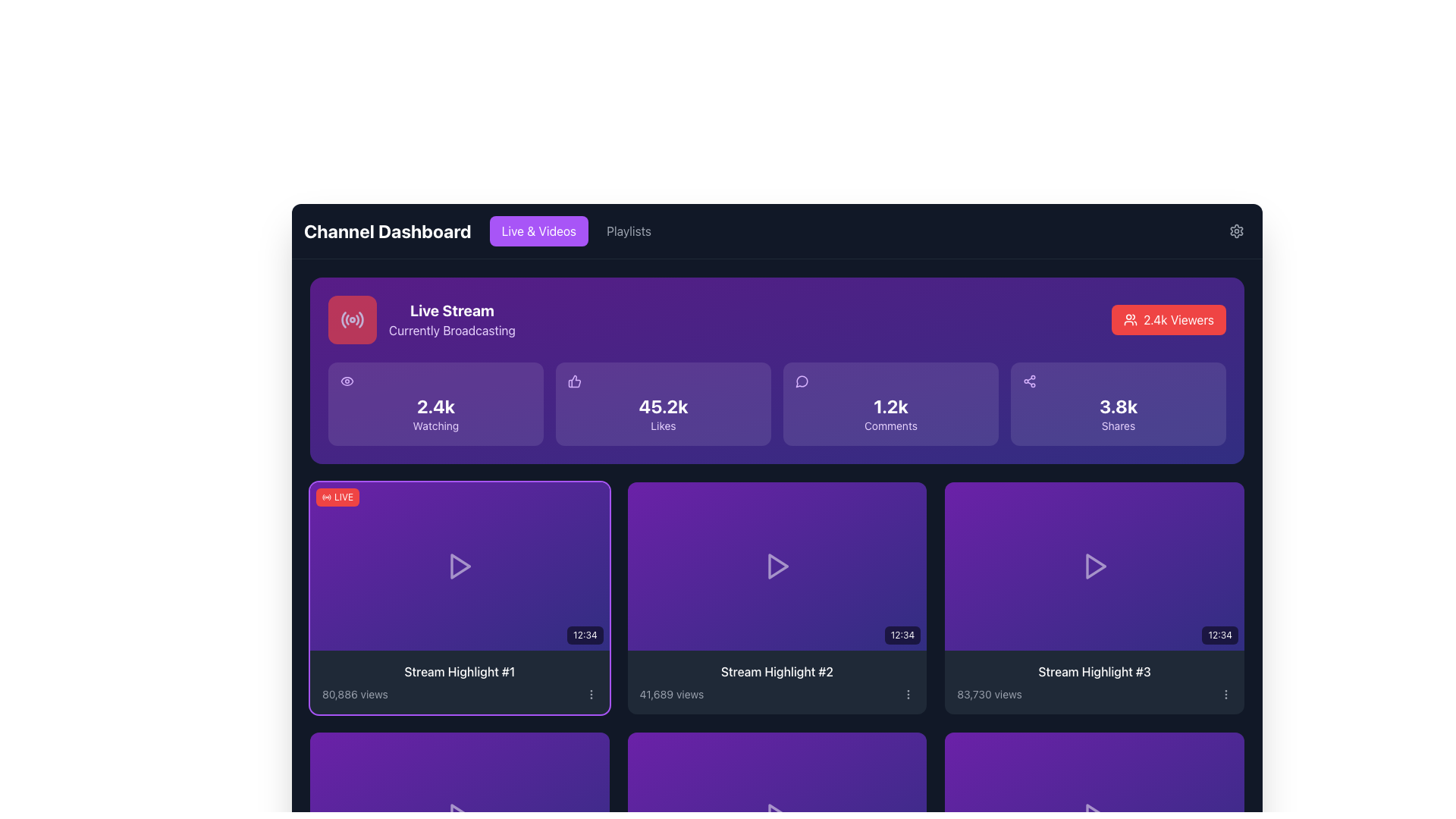  I want to click on the text label displaying '80,886 views' in light gray color located at the bottom of the 'Stream Highlight #1' card, so click(354, 694).